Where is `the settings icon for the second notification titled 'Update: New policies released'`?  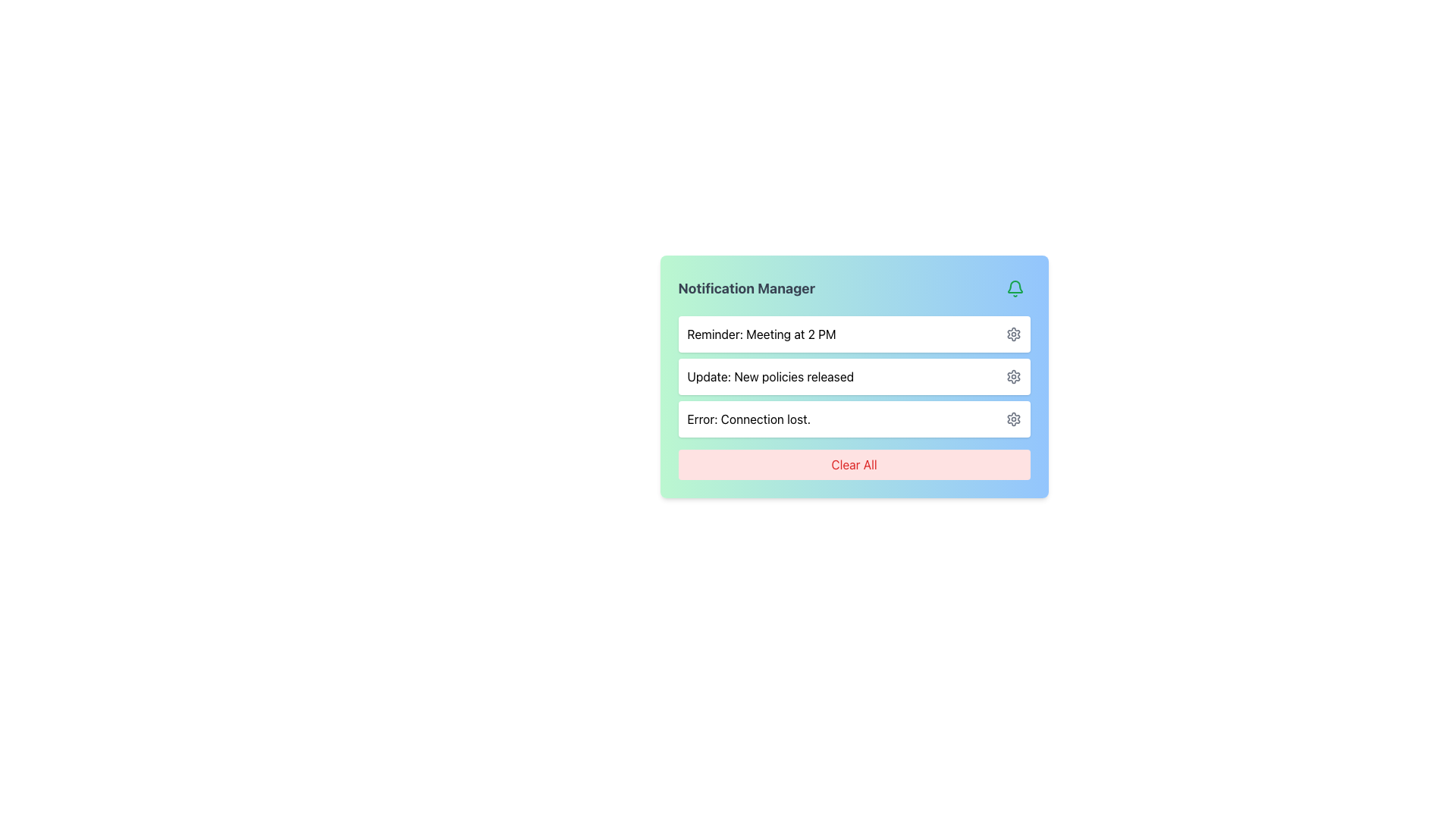
the settings icon for the second notification titled 'Update: New policies released' is located at coordinates (1013, 376).